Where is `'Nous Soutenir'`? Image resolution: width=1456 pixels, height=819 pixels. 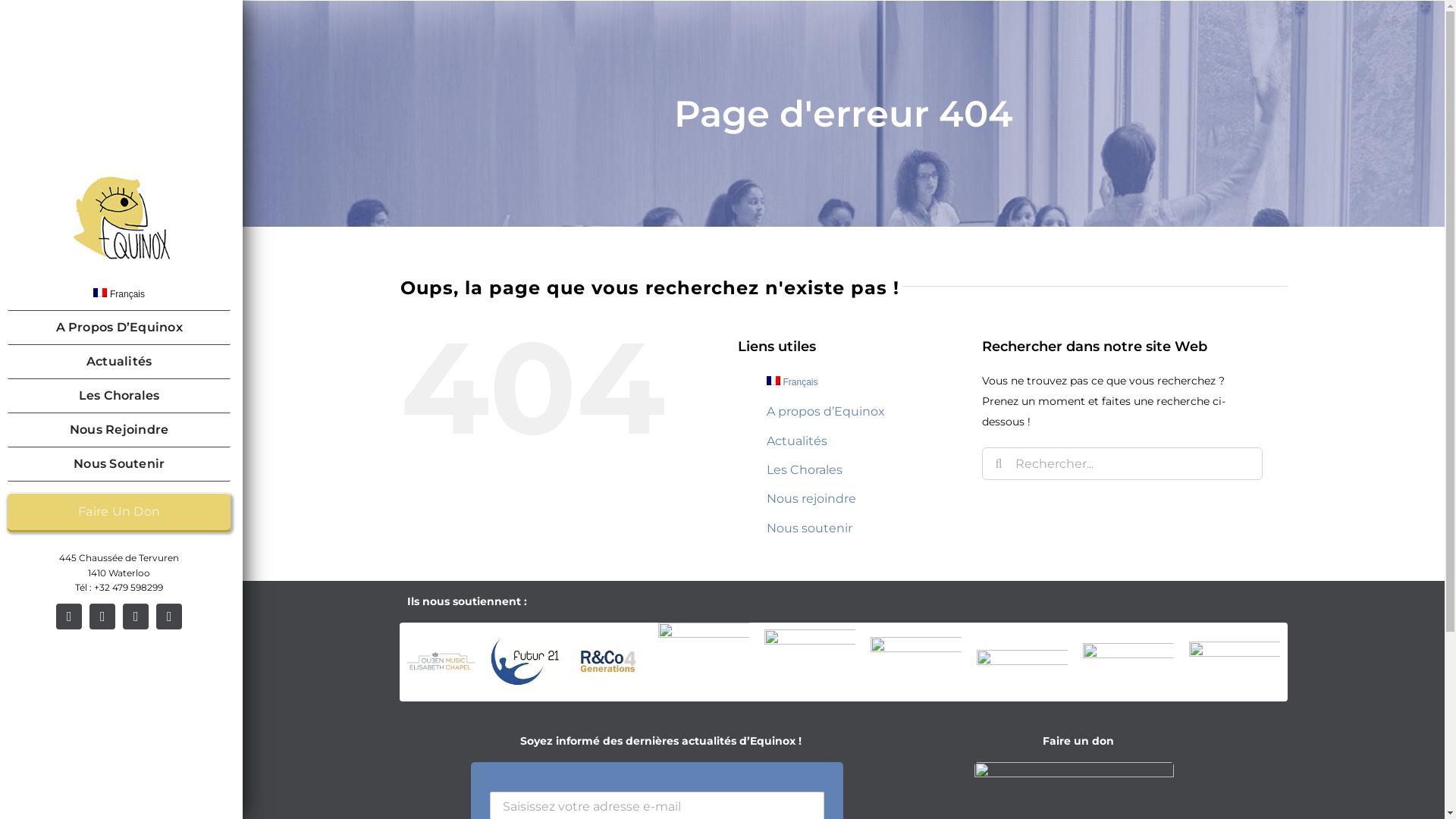
'Nous Soutenir' is located at coordinates (7, 463).